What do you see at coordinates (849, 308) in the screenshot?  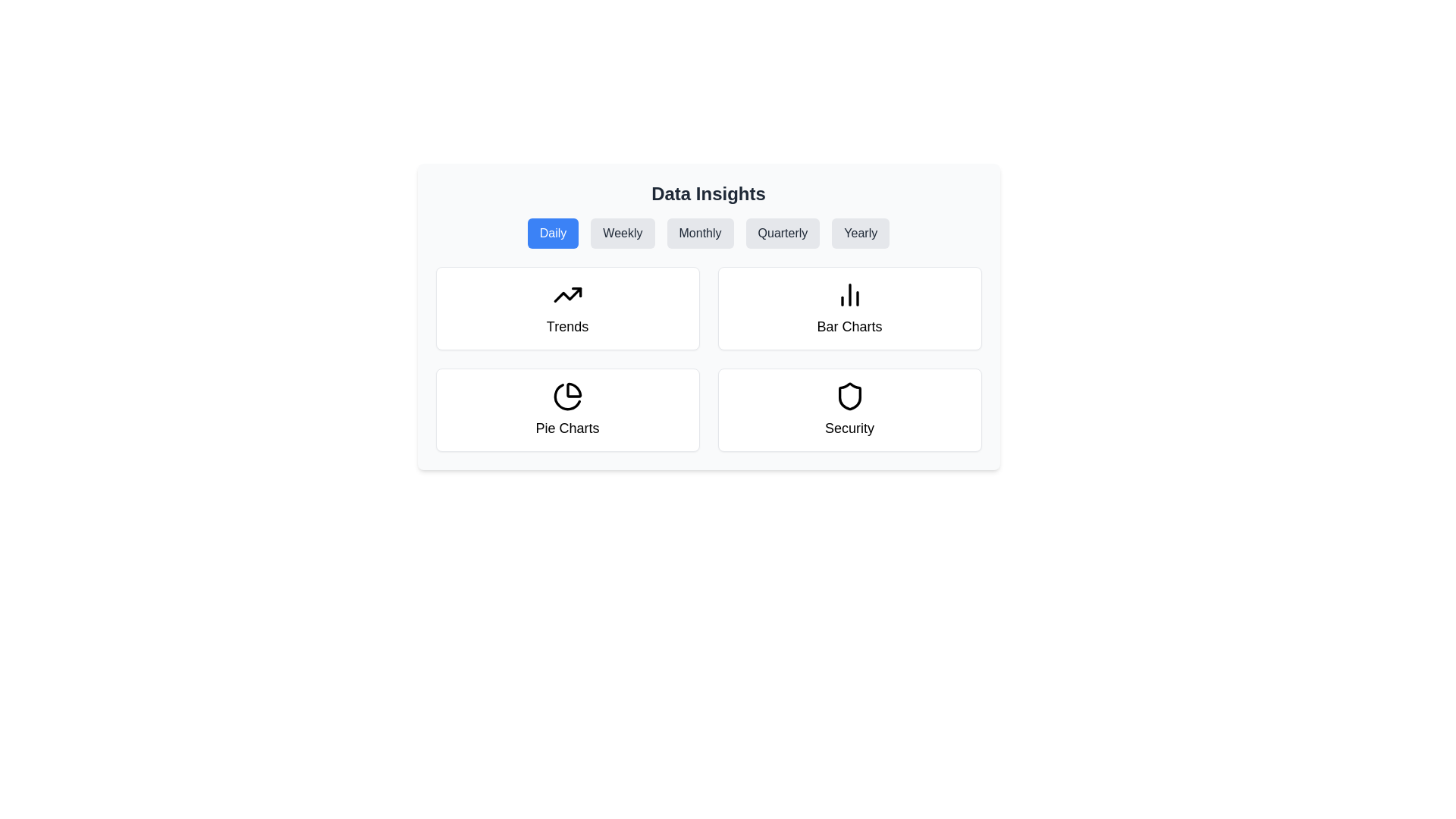 I see `the second card in the first row of the grid layout` at bounding box center [849, 308].